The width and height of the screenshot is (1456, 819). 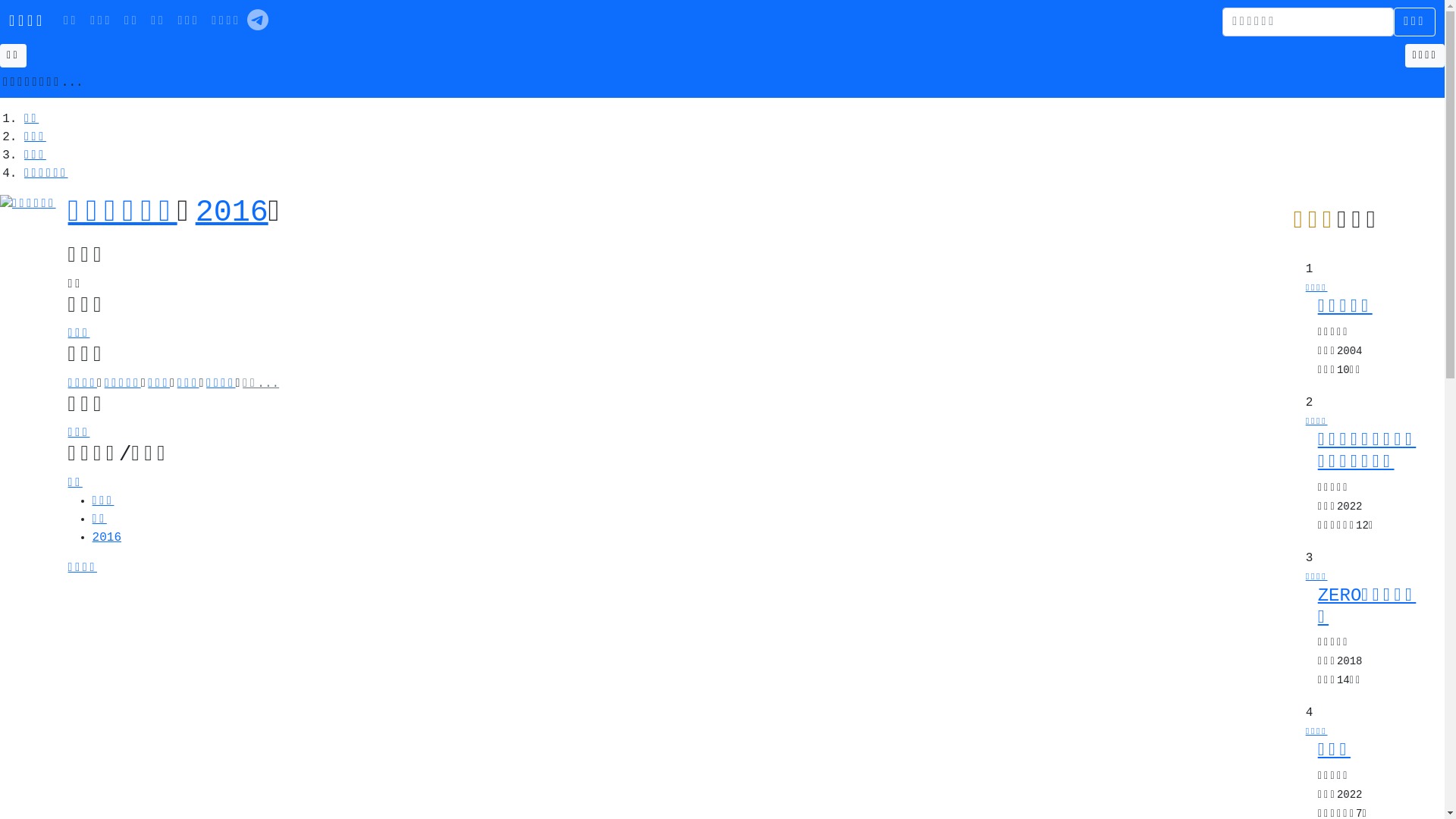 I want to click on '2016', so click(x=195, y=212).